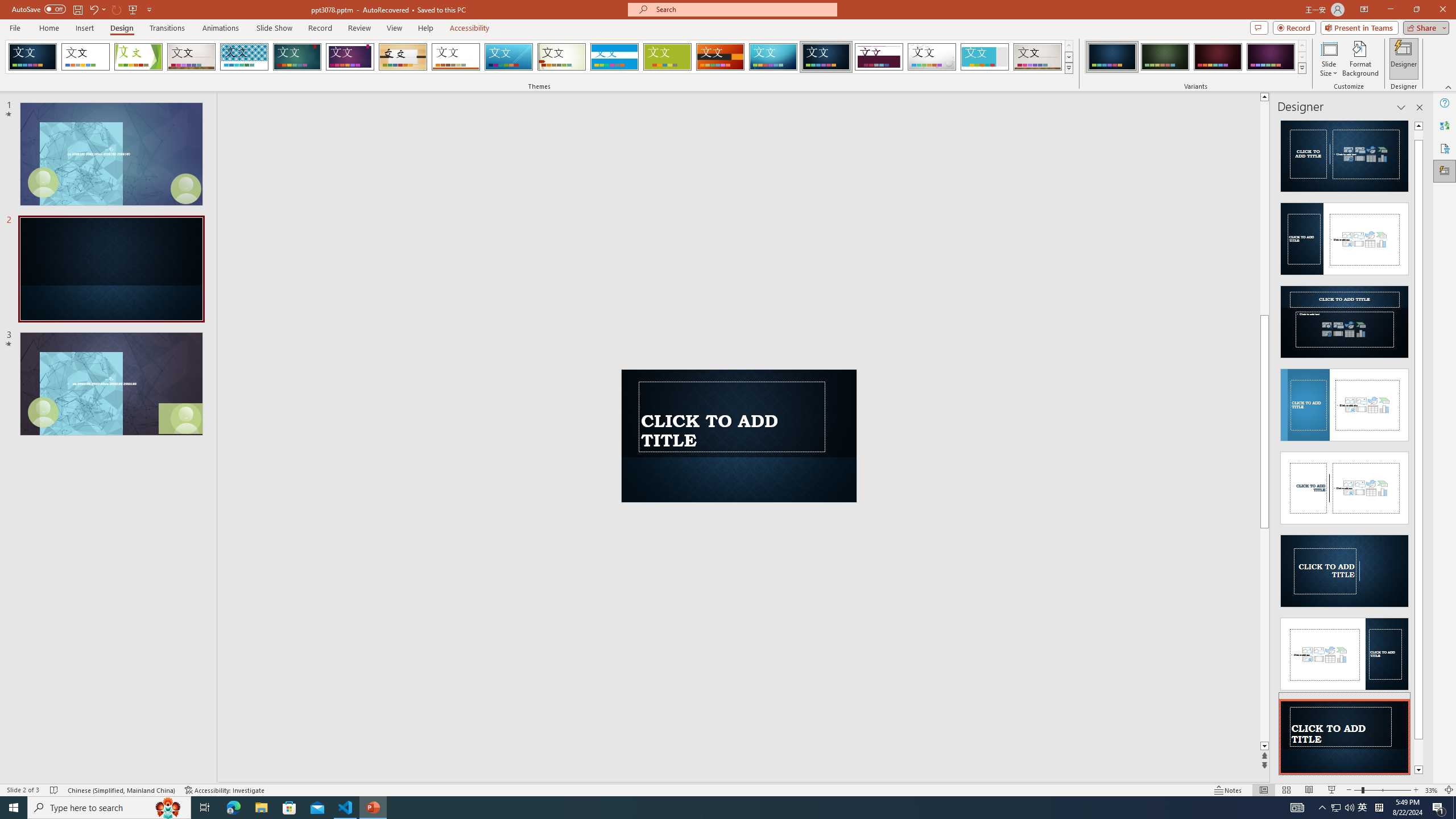 This screenshot has width=1456, height=819. I want to click on 'Organic', so click(403, 56).